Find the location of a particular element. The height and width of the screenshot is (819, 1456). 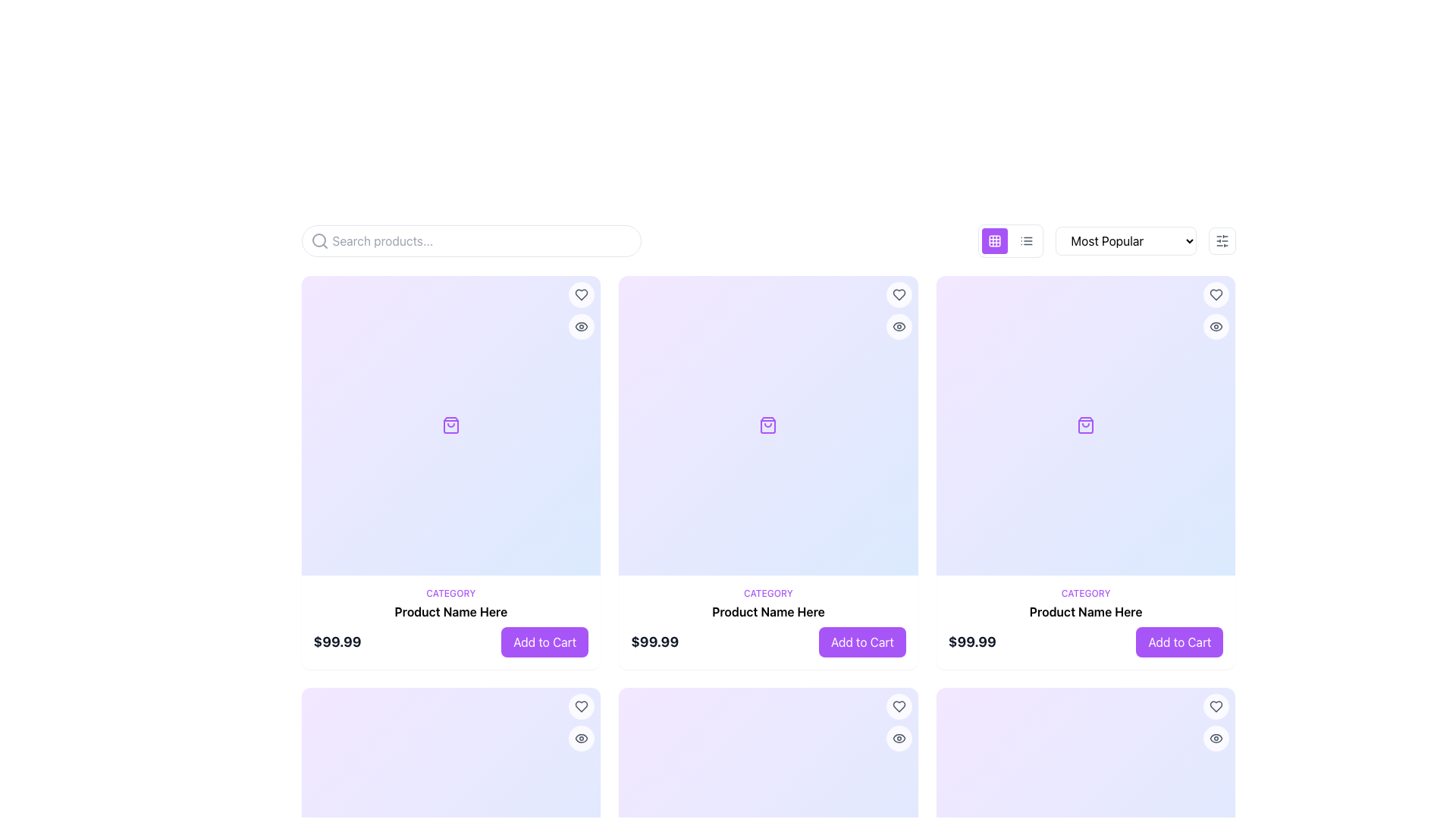

the layout toggle button located at the top right section of the interface is located at coordinates (994, 240).